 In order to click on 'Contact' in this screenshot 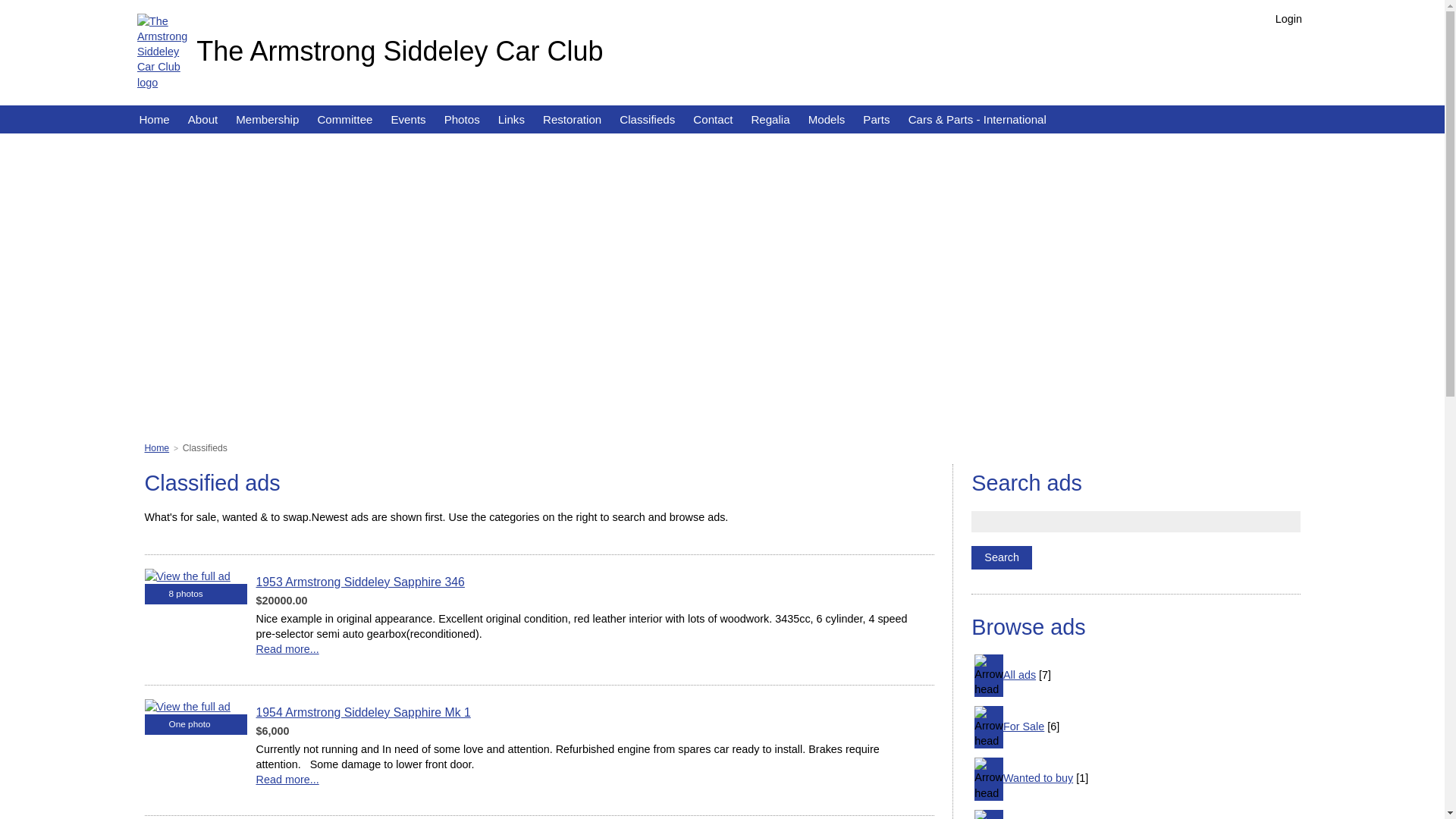, I will do `click(712, 119)`.